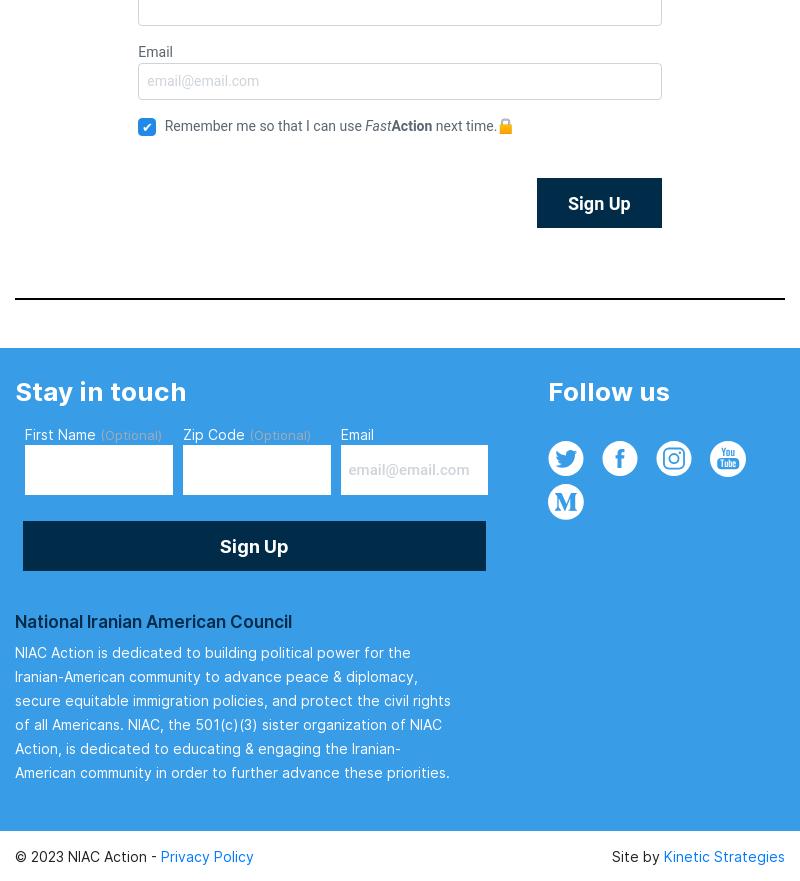  Describe the element at coordinates (100, 390) in the screenshot. I see `'Stay in touch'` at that location.